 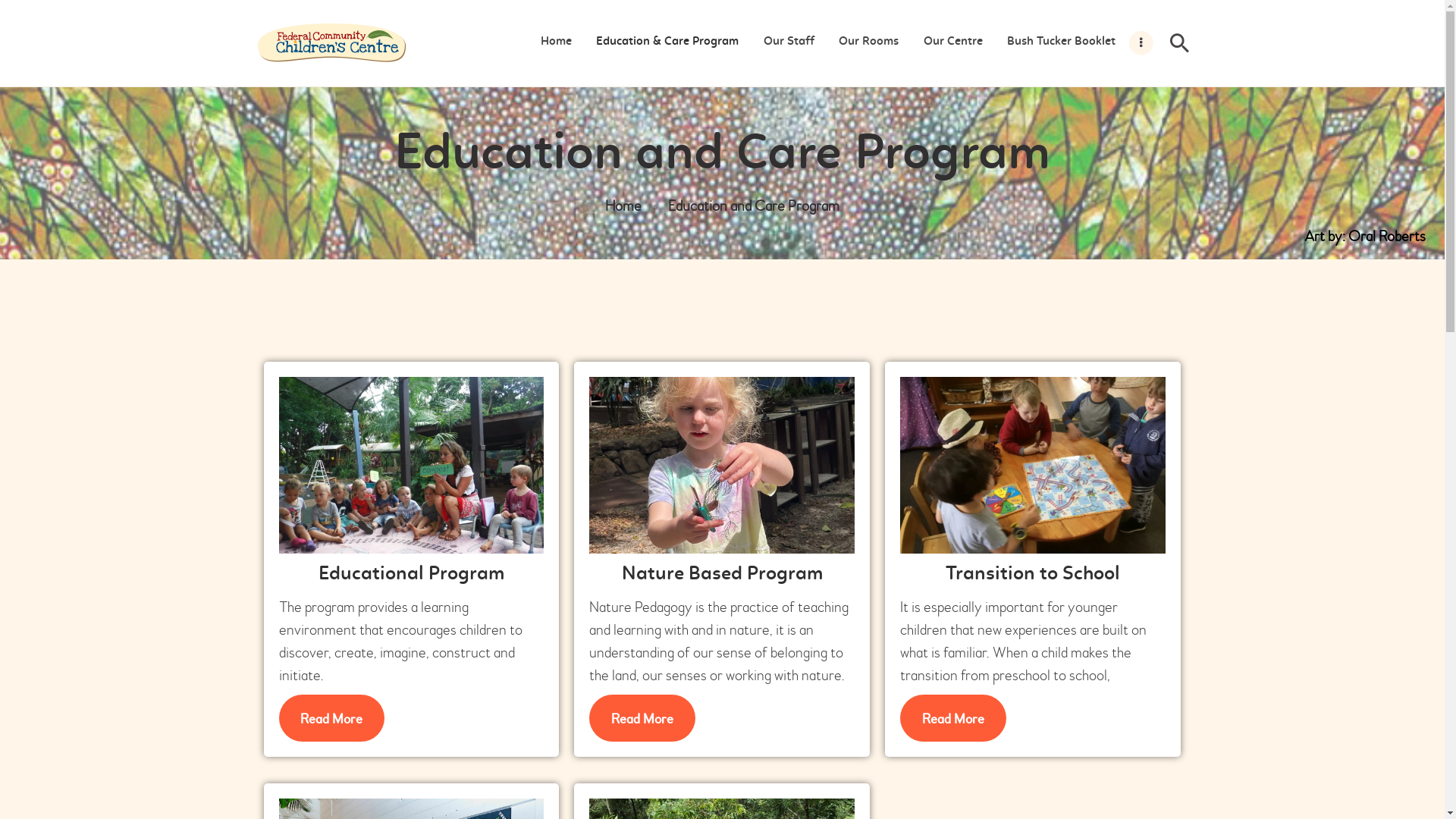 I want to click on 'nature based learning', so click(x=720, y=464).